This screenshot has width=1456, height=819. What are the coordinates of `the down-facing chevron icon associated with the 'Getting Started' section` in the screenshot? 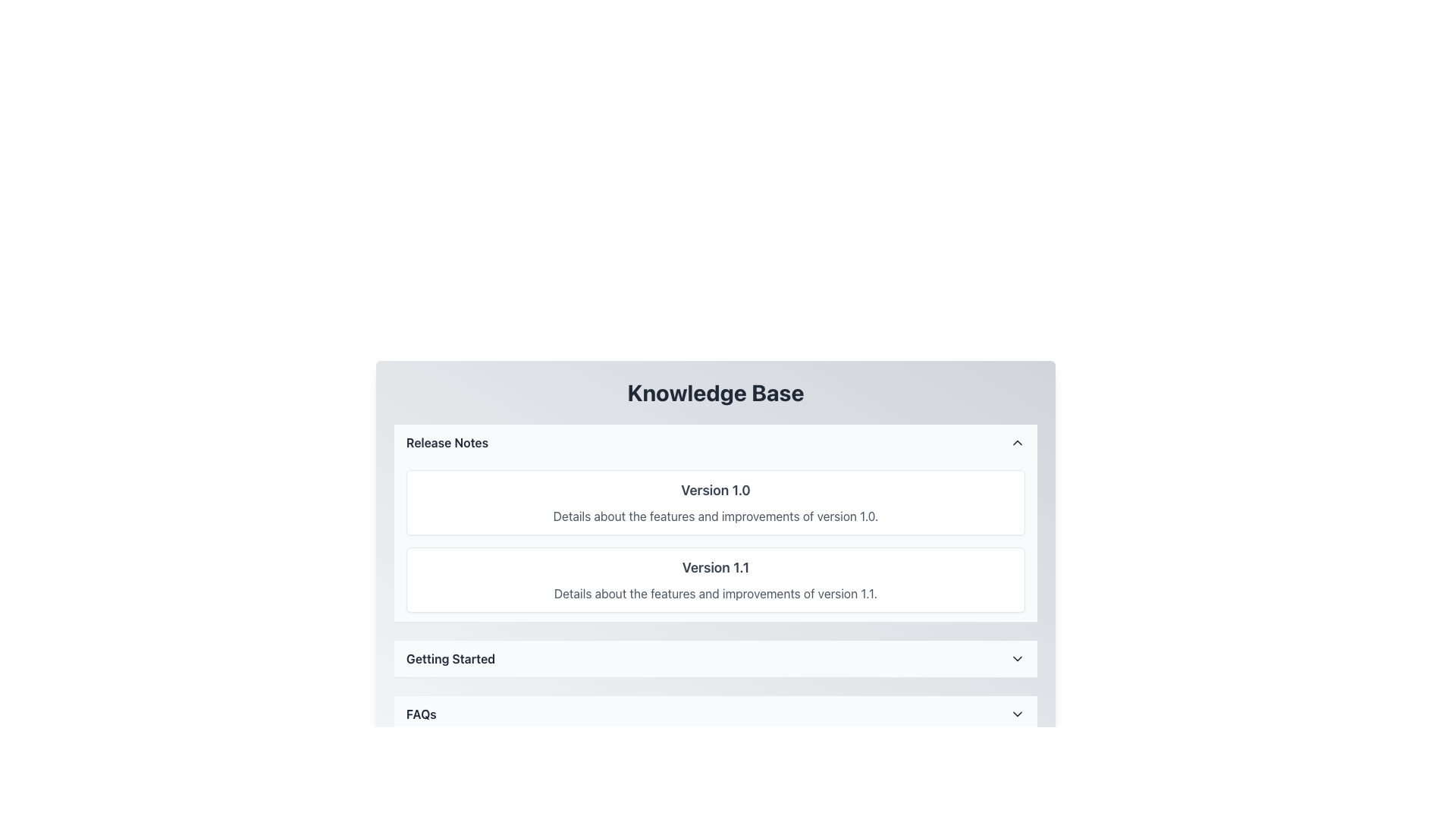 It's located at (1018, 657).